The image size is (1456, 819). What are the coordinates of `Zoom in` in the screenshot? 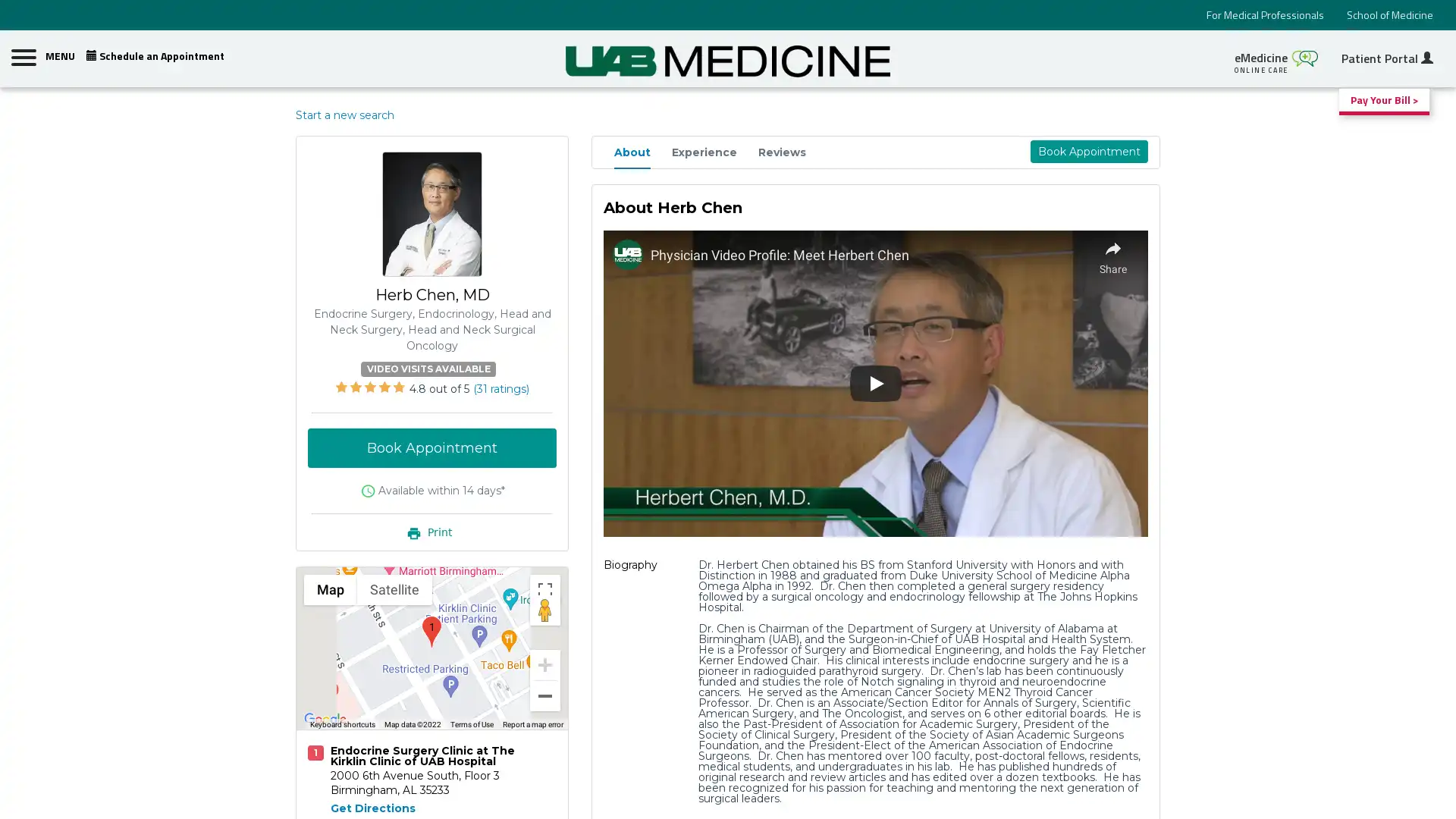 It's located at (545, 663).